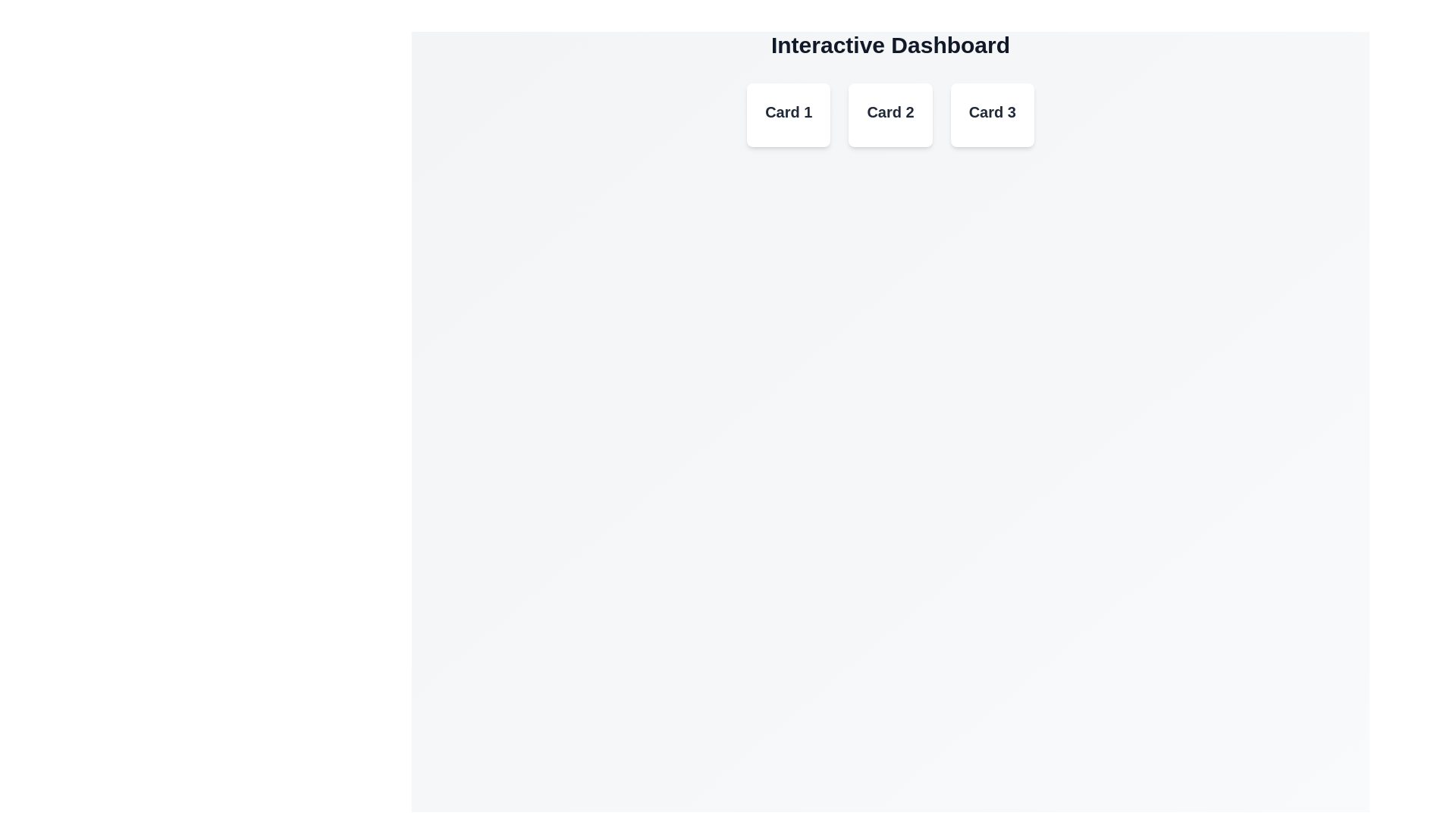 The width and height of the screenshot is (1456, 819). Describe the element at coordinates (890, 114) in the screenshot. I see `the card-style component within the grid layout that is below the 'Interactive Dashboard' heading` at that location.